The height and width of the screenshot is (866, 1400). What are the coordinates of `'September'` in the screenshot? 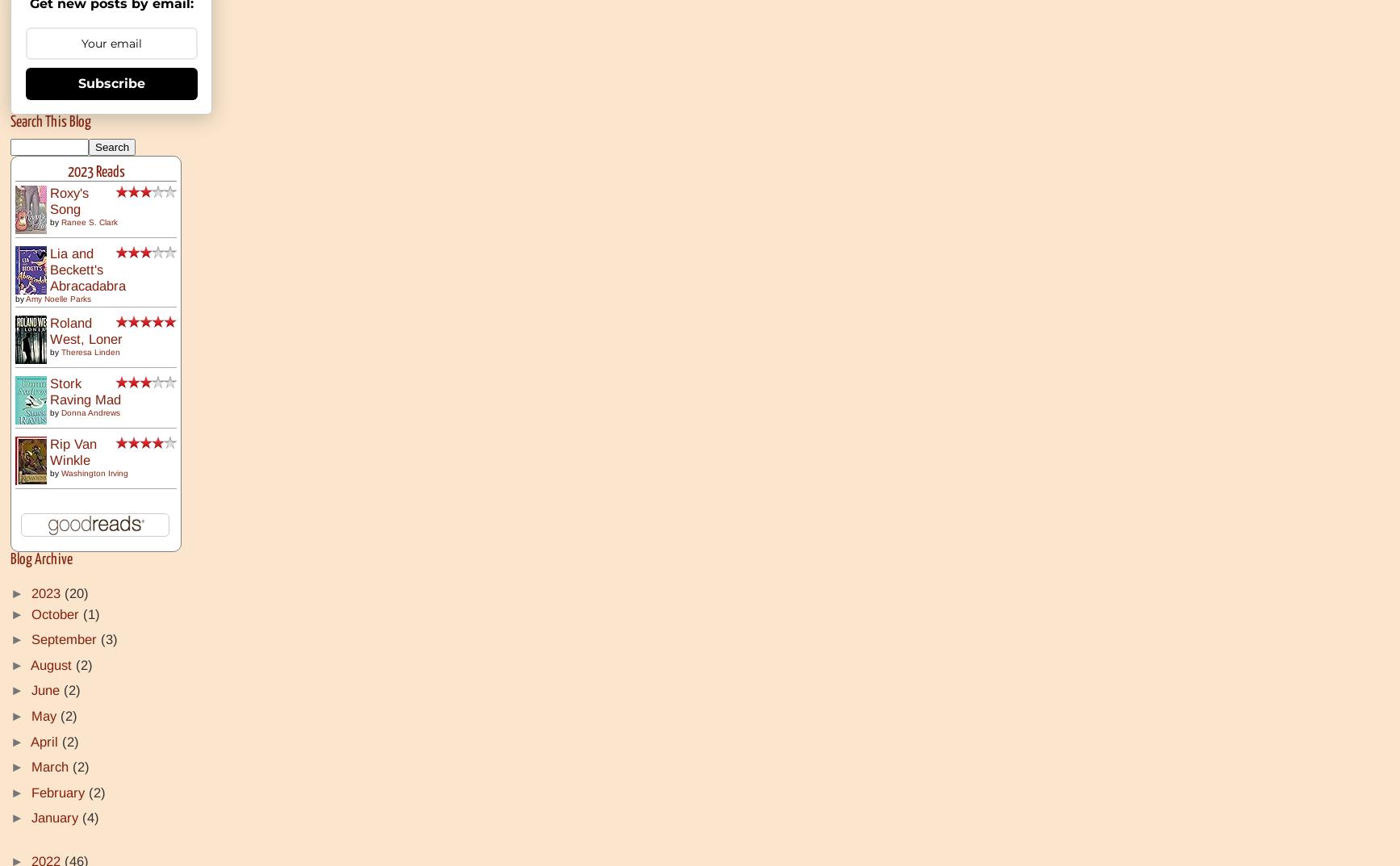 It's located at (66, 639).